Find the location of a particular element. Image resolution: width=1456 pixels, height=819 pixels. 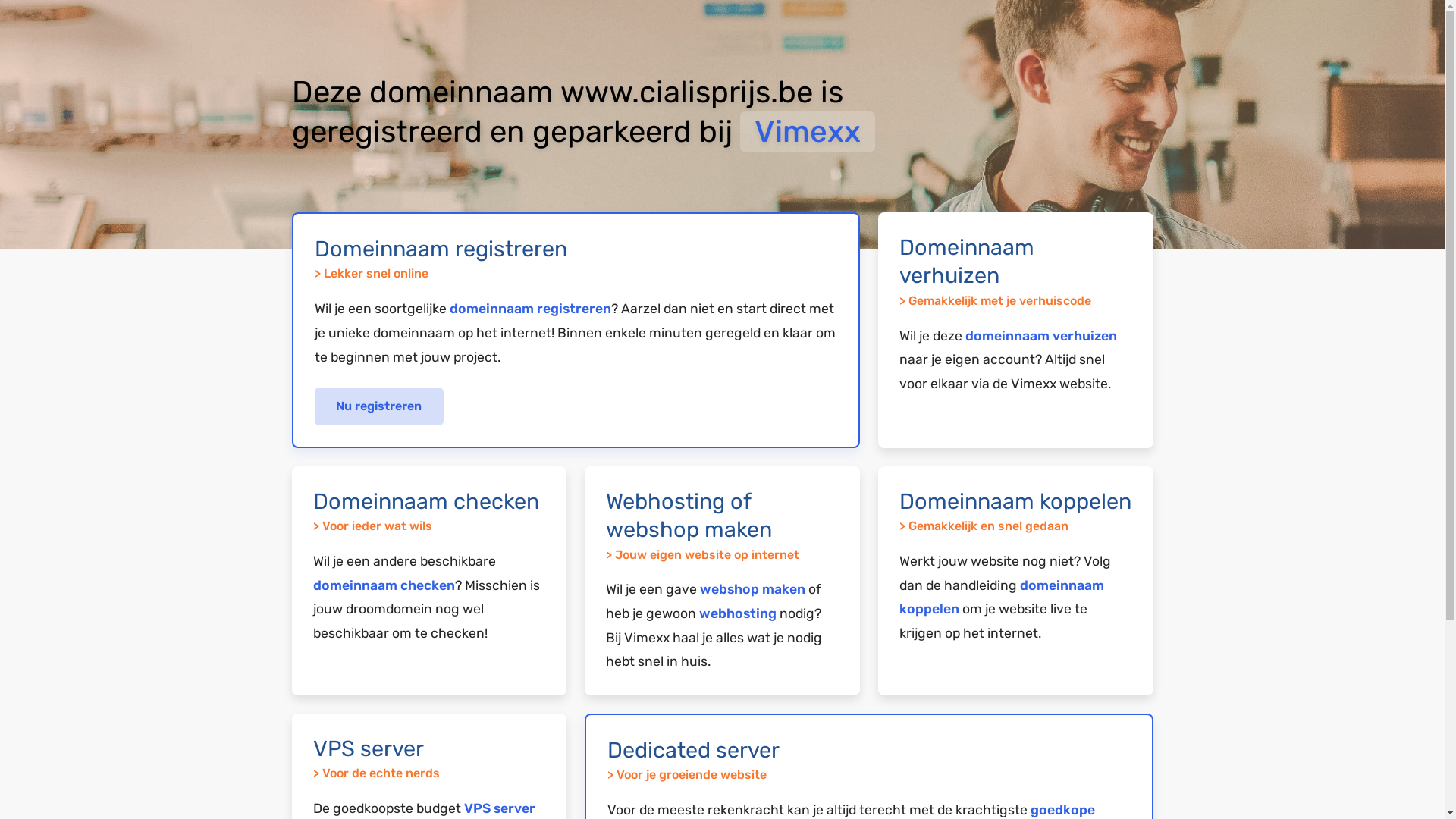

'domeinnaam koppelen' is located at coordinates (1001, 596).